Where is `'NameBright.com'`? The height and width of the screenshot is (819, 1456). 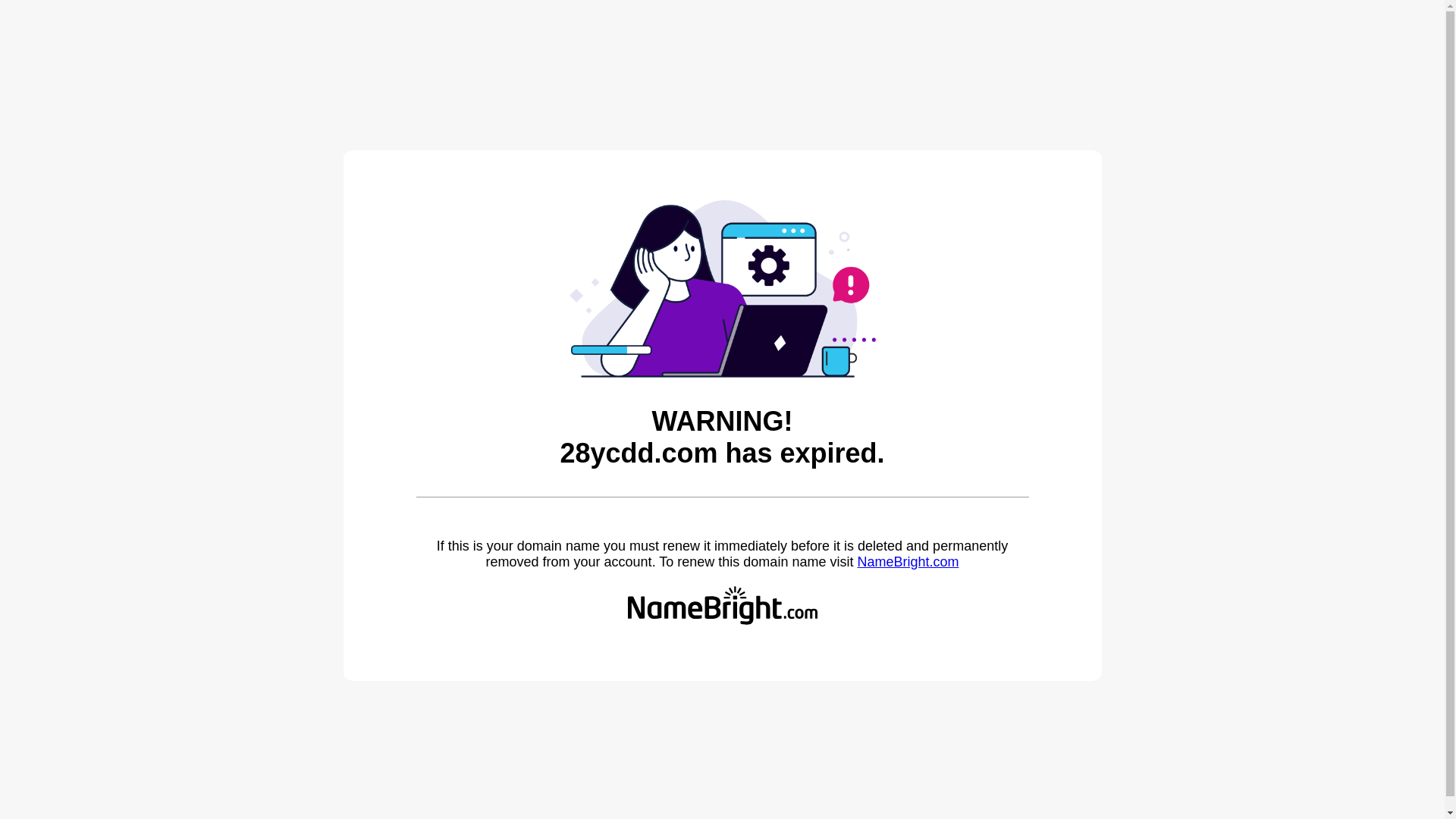
'NameBright.com' is located at coordinates (856, 561).